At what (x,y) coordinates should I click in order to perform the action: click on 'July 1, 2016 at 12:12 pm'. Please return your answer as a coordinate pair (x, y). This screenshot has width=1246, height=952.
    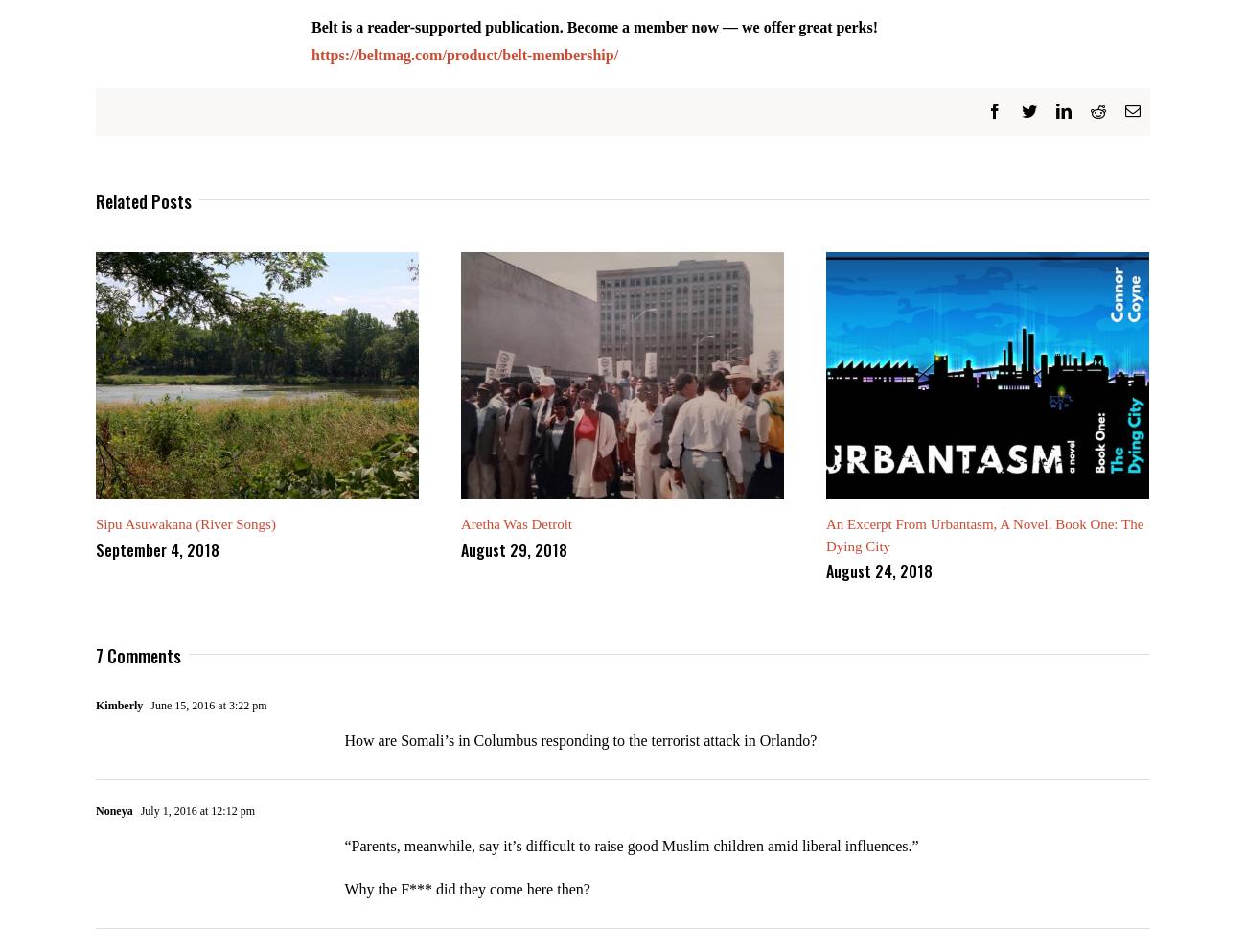
    Looking at the image, I should click on (196, 824).